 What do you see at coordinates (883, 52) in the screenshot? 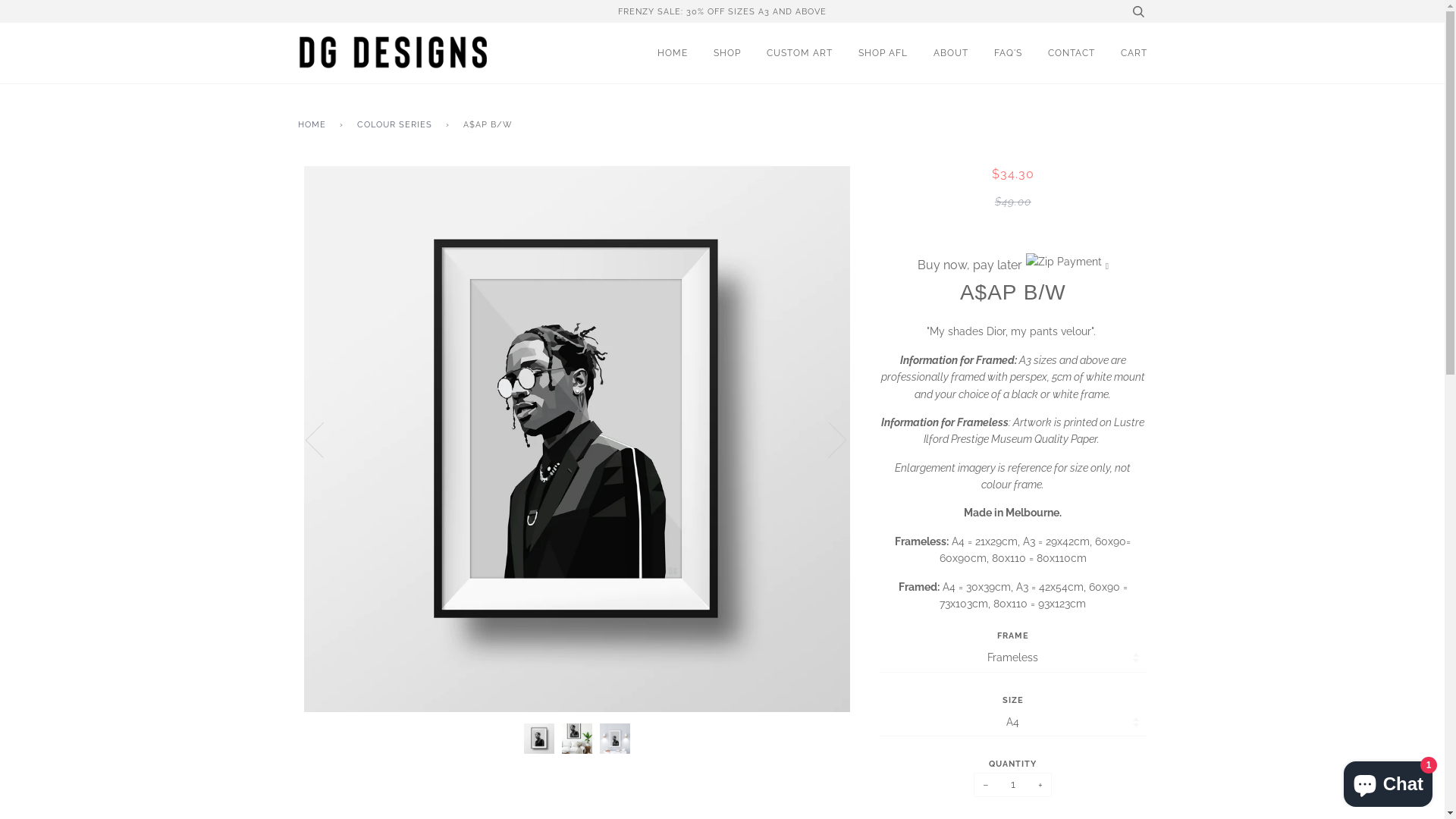
I see `'SHOP AFL'` at bounding box center [883, 52].